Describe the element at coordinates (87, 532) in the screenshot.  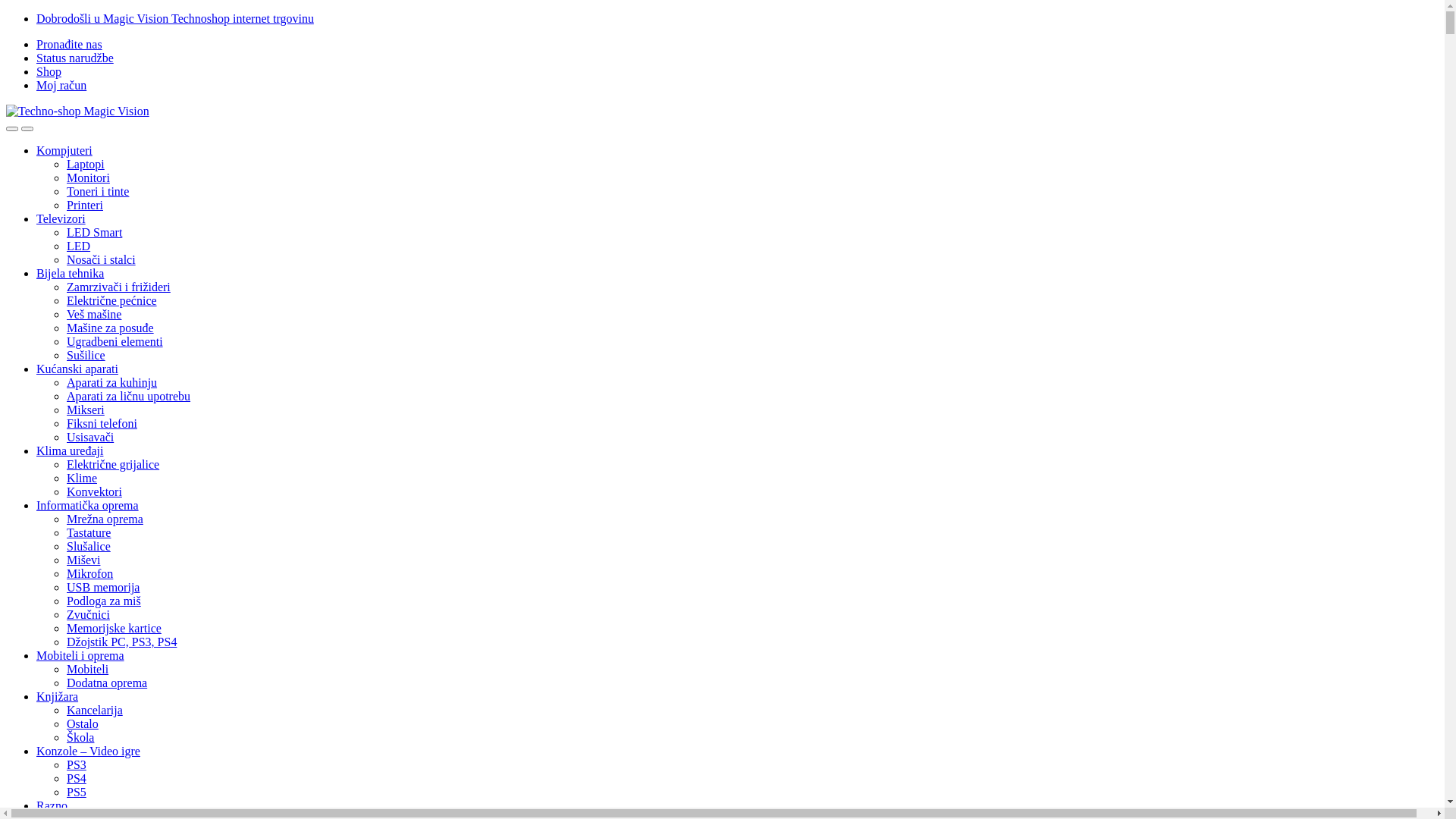
I see `'Tastature'` at that location.